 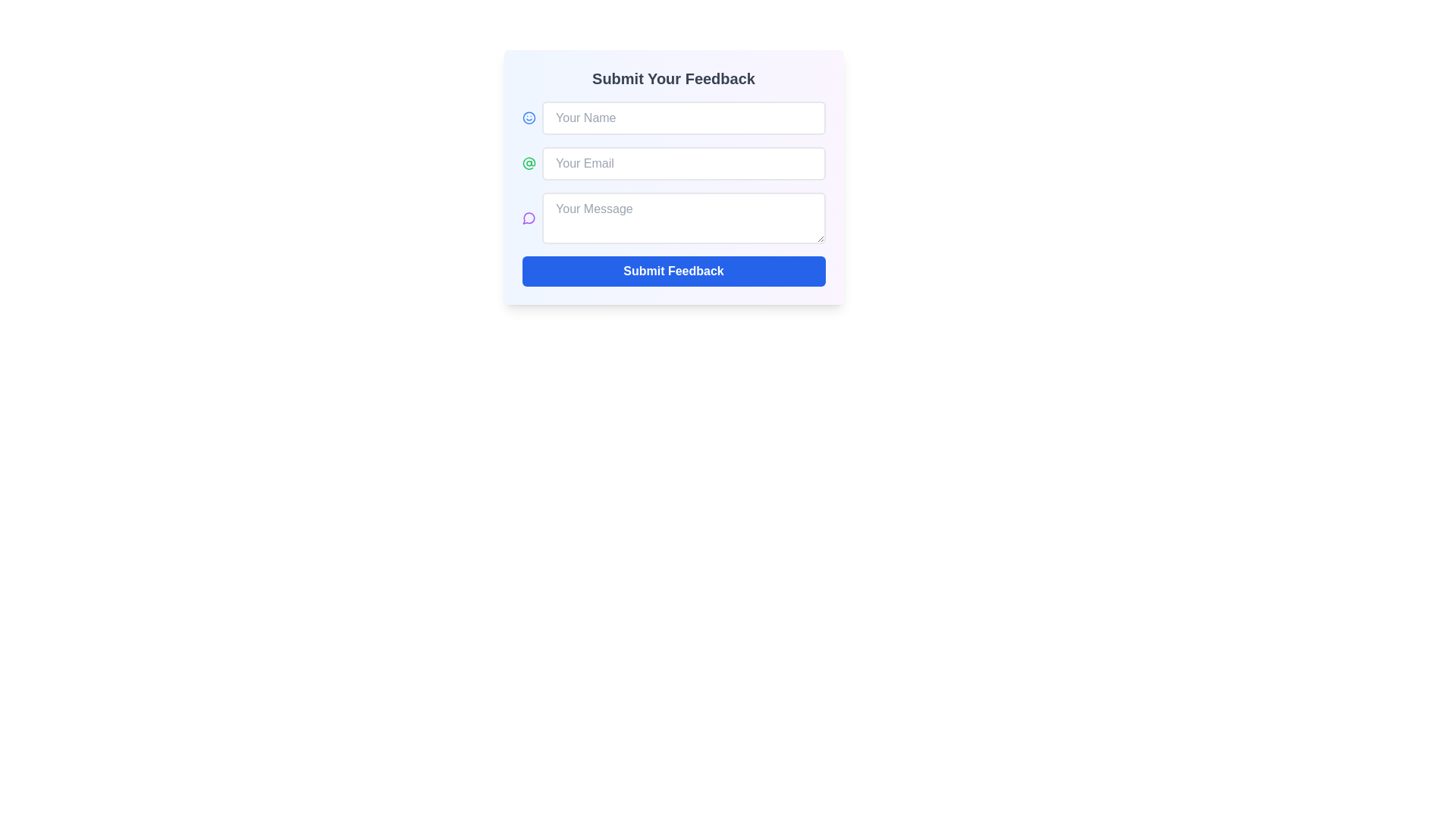 I want to click on the graphical icon that represents an email address, located to the left of the 'Your Email' input field in the second row of the form, so click(x=529, y=164).